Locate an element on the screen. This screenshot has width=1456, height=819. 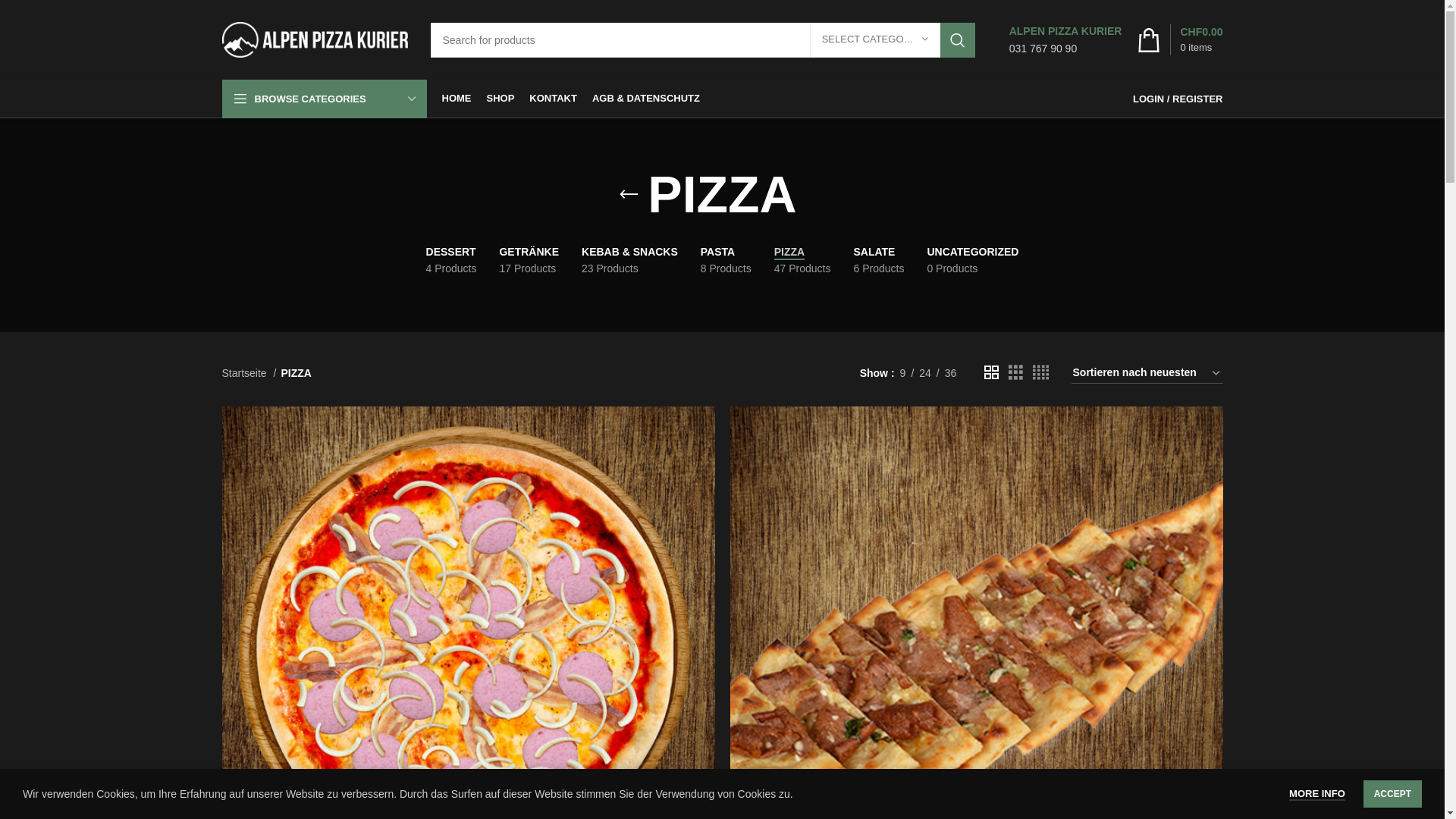
'KEBAB & SNACKS is located at coordinates (581, 259).